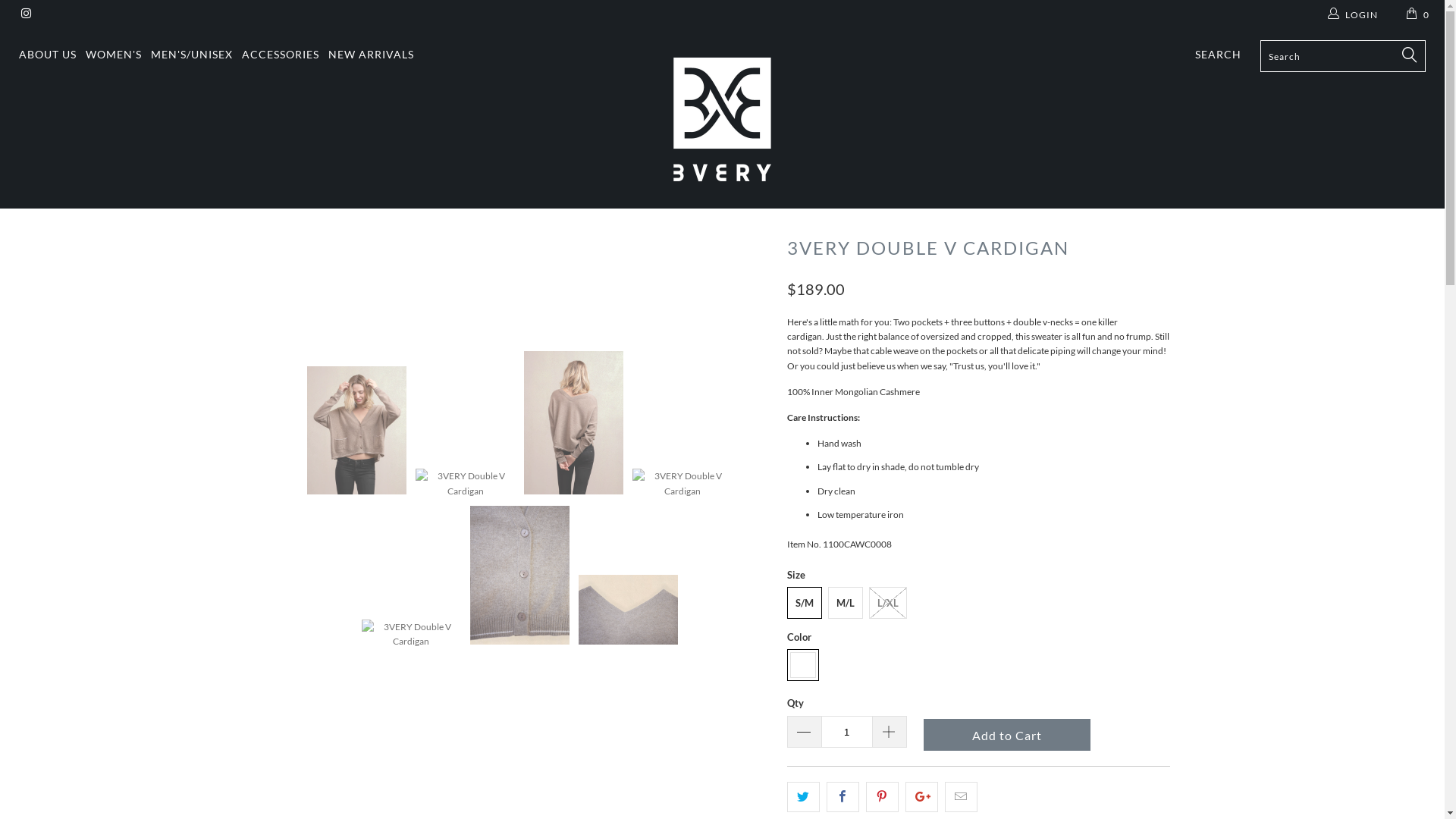 The width and height of the screenshot is (1456, 819). I want to click on 'ACCESSORIES', so click(280, 54).